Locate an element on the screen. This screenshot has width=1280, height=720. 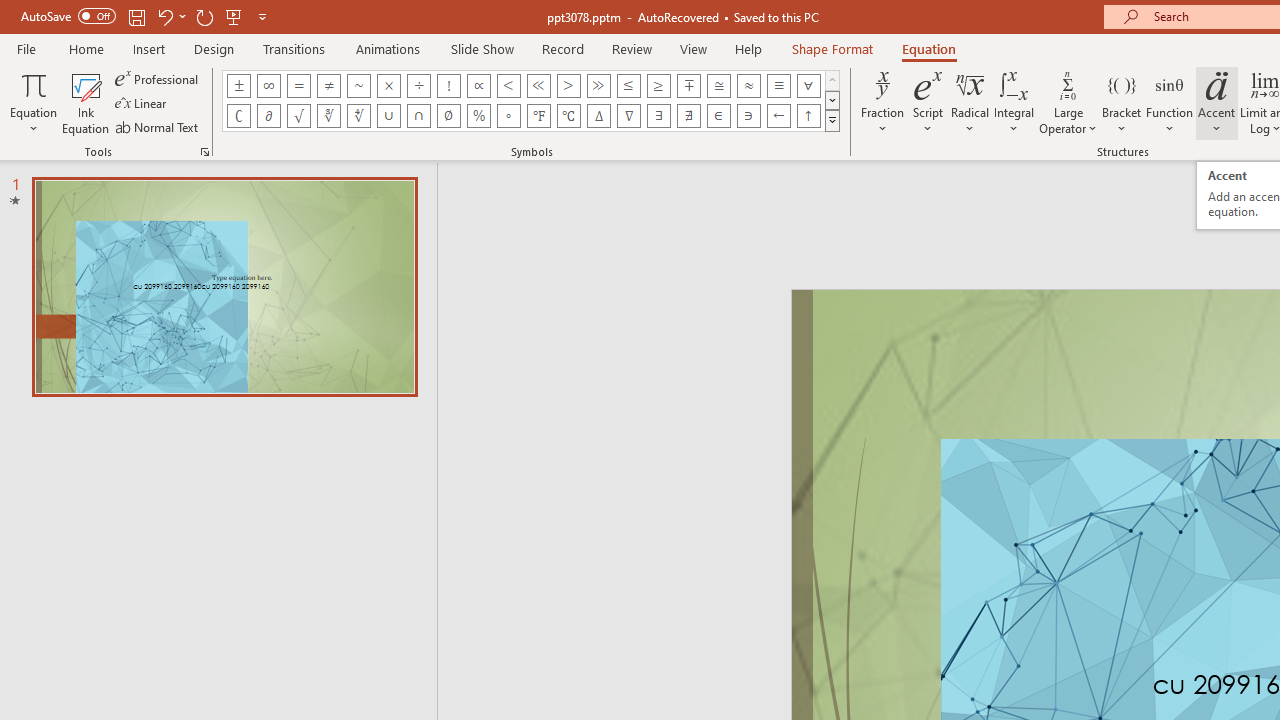
'Equation Symbol Degrees' is located at coordinates (508, 115).